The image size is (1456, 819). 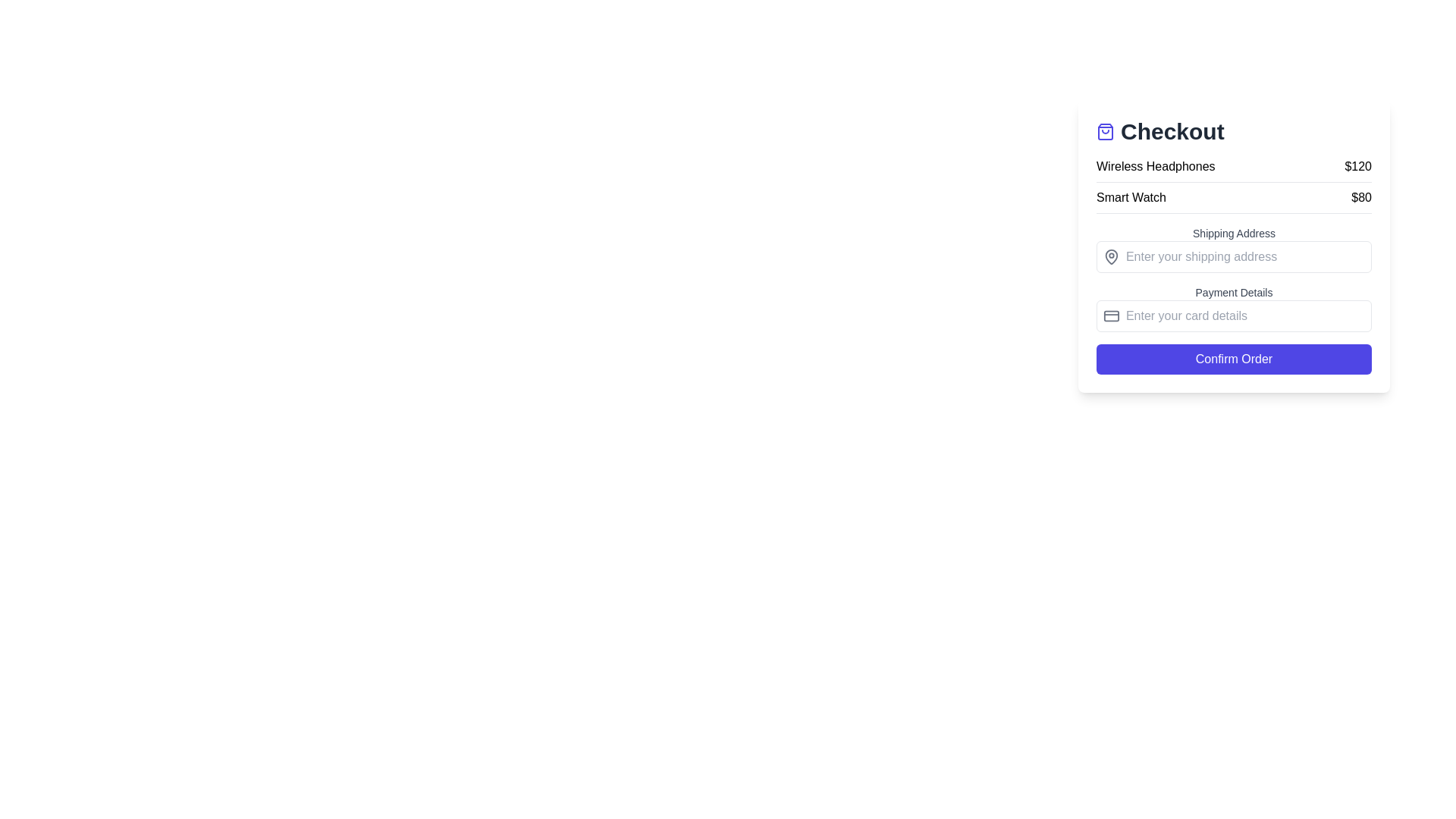 I want to click on the rectangular text input field with light borders and placeholder text 'Enter your shipping address' to focus it, so click(x=1245, y=256).